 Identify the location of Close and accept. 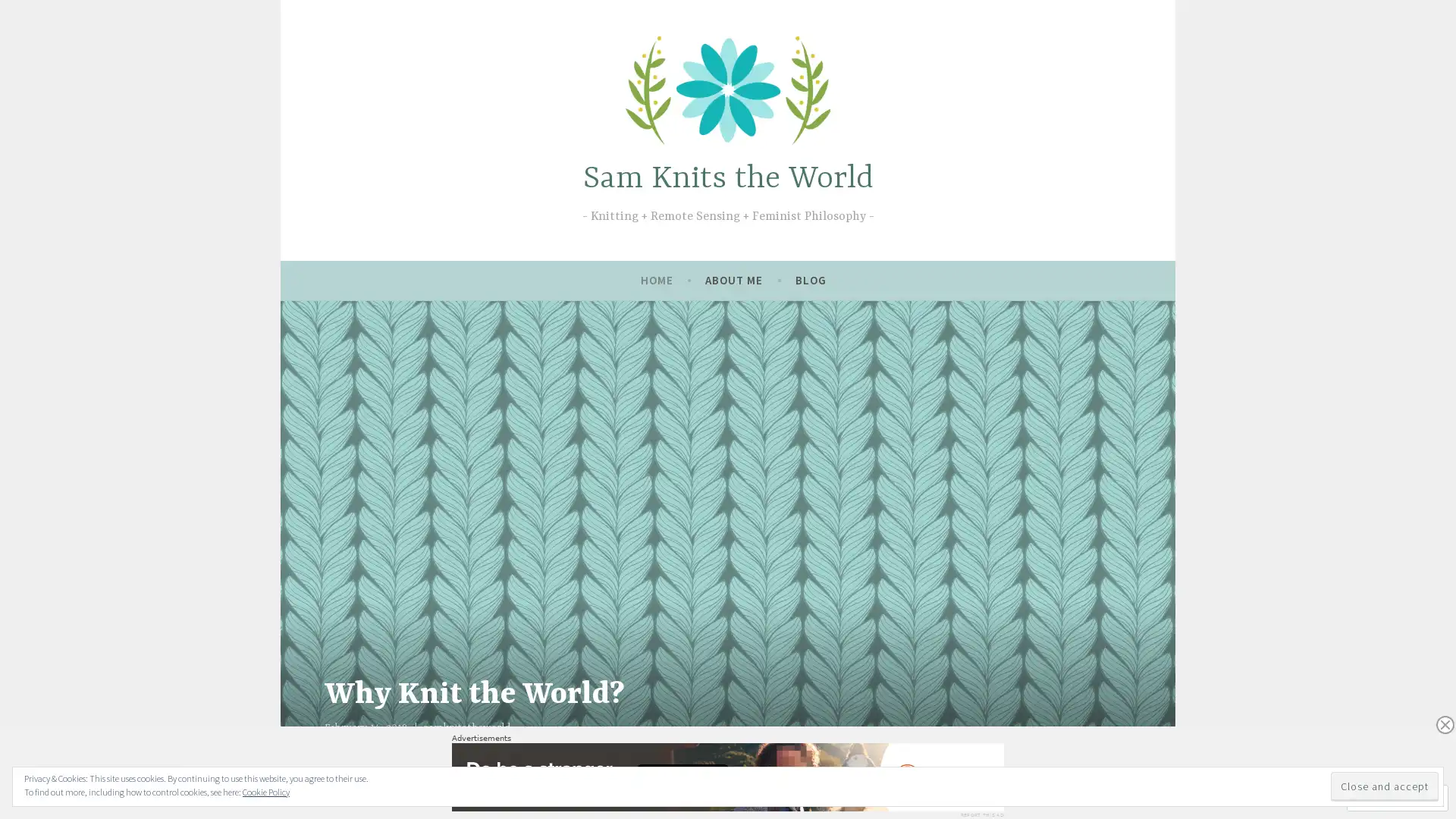
(1384, 786).